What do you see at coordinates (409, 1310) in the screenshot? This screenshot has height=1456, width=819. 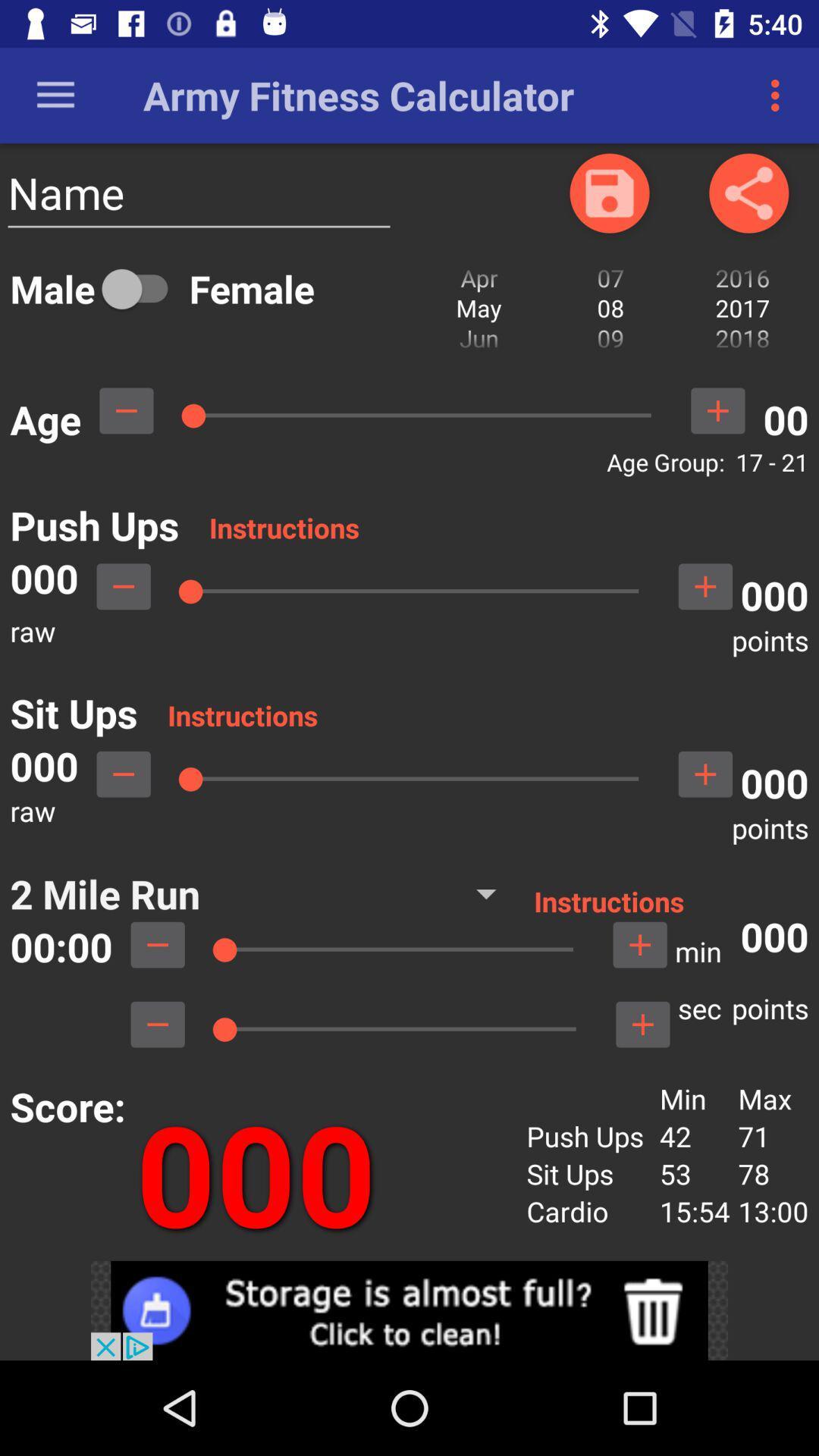 I see `open advertisement` at bounding box center [409, 1310].